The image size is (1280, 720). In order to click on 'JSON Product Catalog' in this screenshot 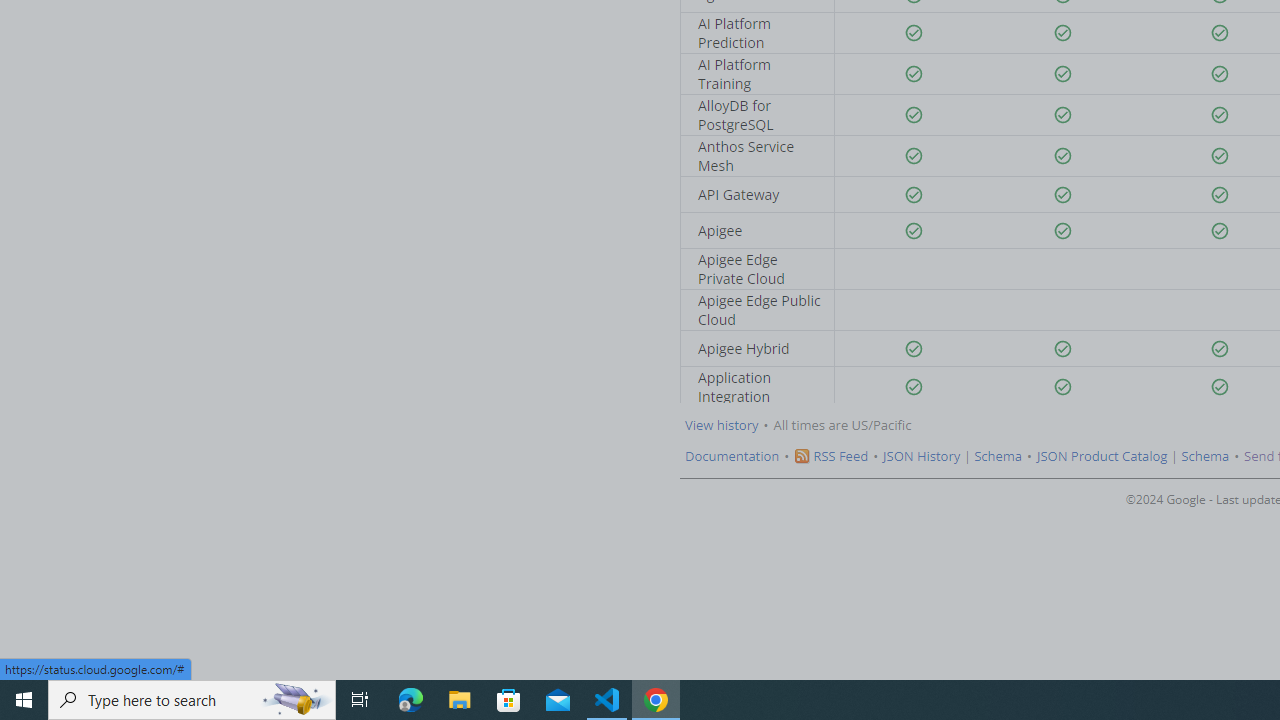, I will do `click(1100, 456)`.